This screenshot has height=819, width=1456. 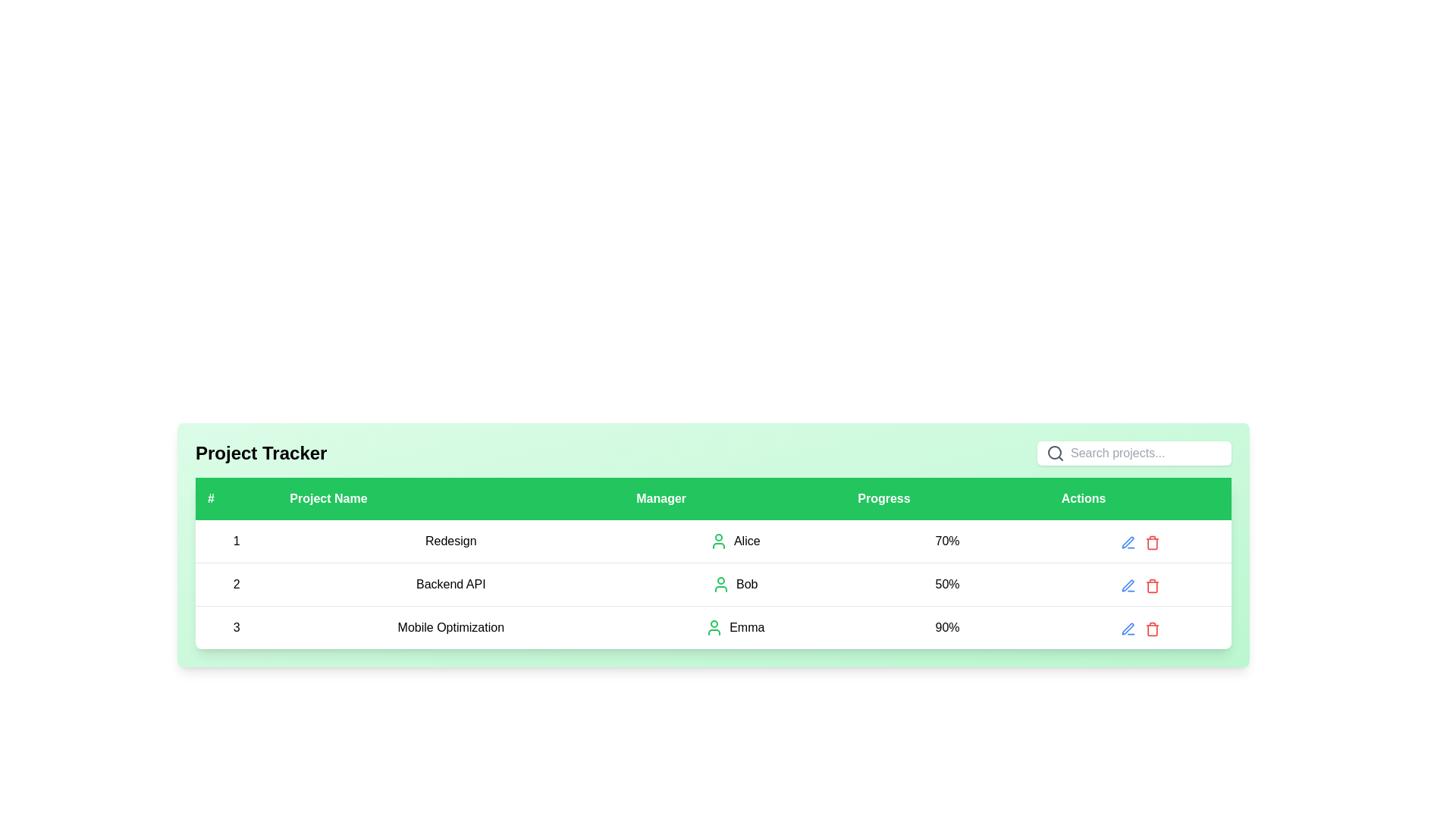 What do you see at coordinates (946, 627) in the screenshot?
I see `the Text display element indicating the progress of the project 'Mobile Optimization'` at bounding box center [946, 627].